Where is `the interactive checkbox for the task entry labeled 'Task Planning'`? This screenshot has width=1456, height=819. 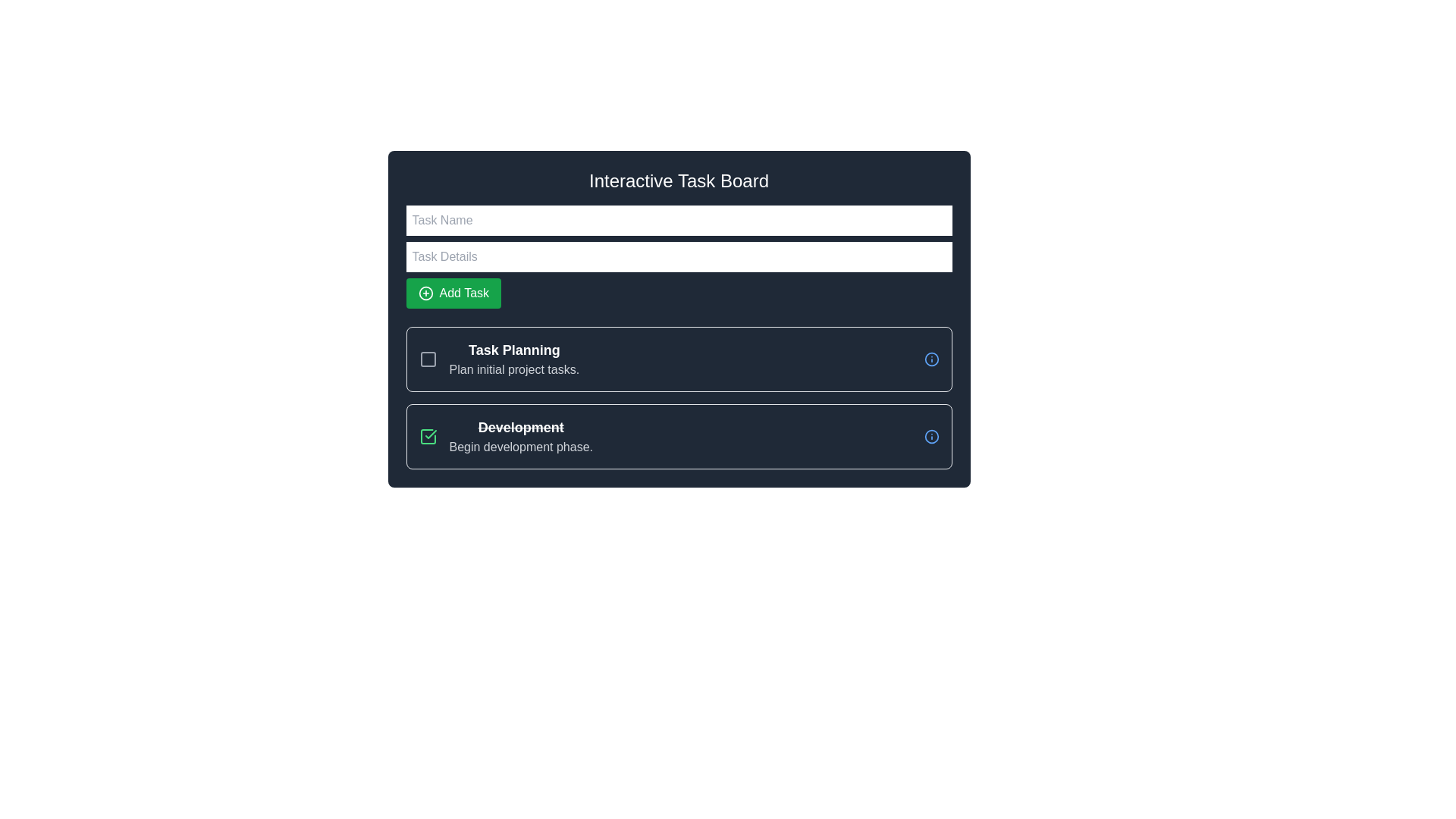 the interactive checkbox for the task entry labeled 'Task Planning' is located at coordinates (427, 359).